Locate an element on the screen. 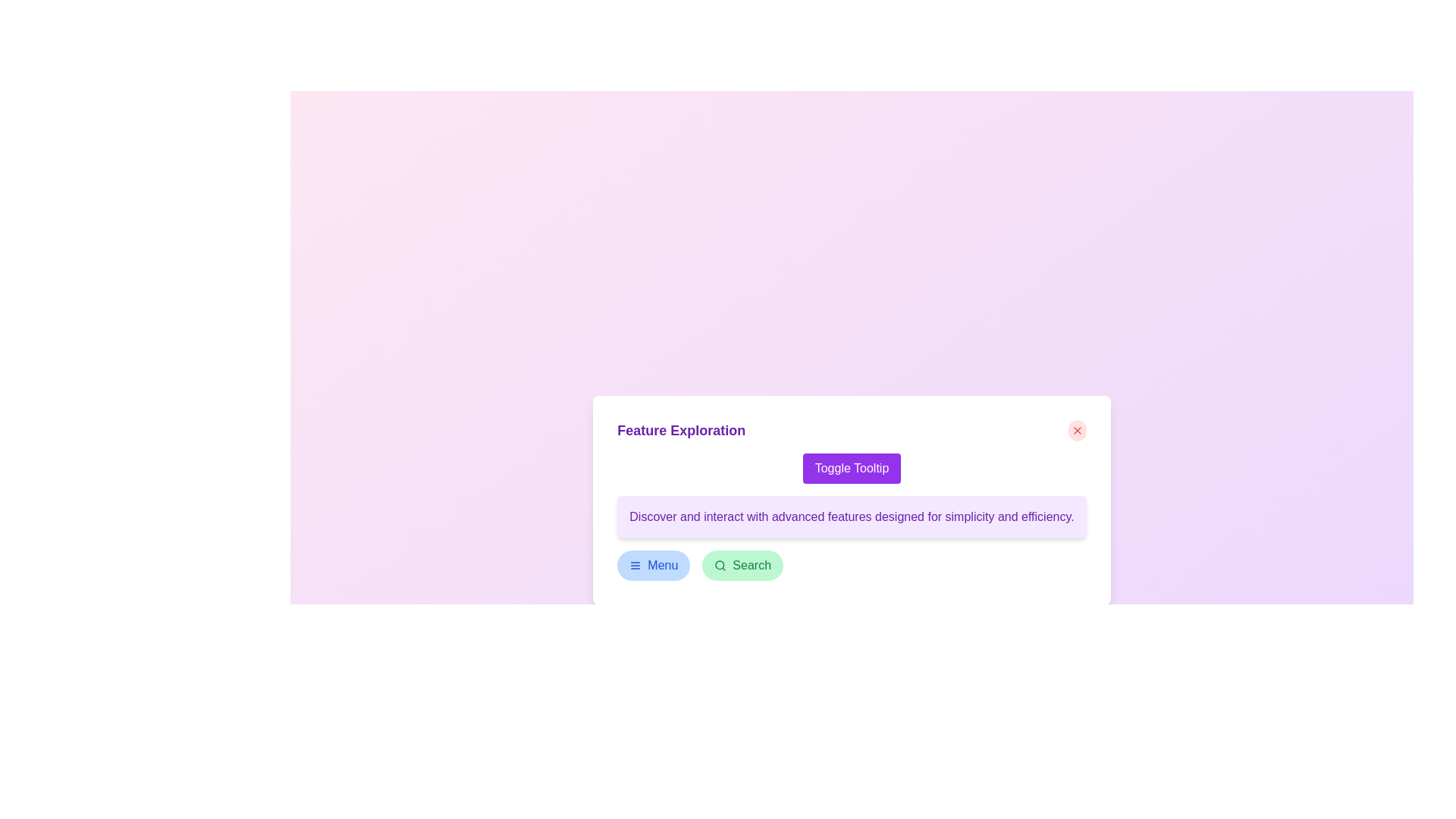  the red circular button located at the top-right corner of the 'Feature Exploration' card is located at coordinates (1076, 430).